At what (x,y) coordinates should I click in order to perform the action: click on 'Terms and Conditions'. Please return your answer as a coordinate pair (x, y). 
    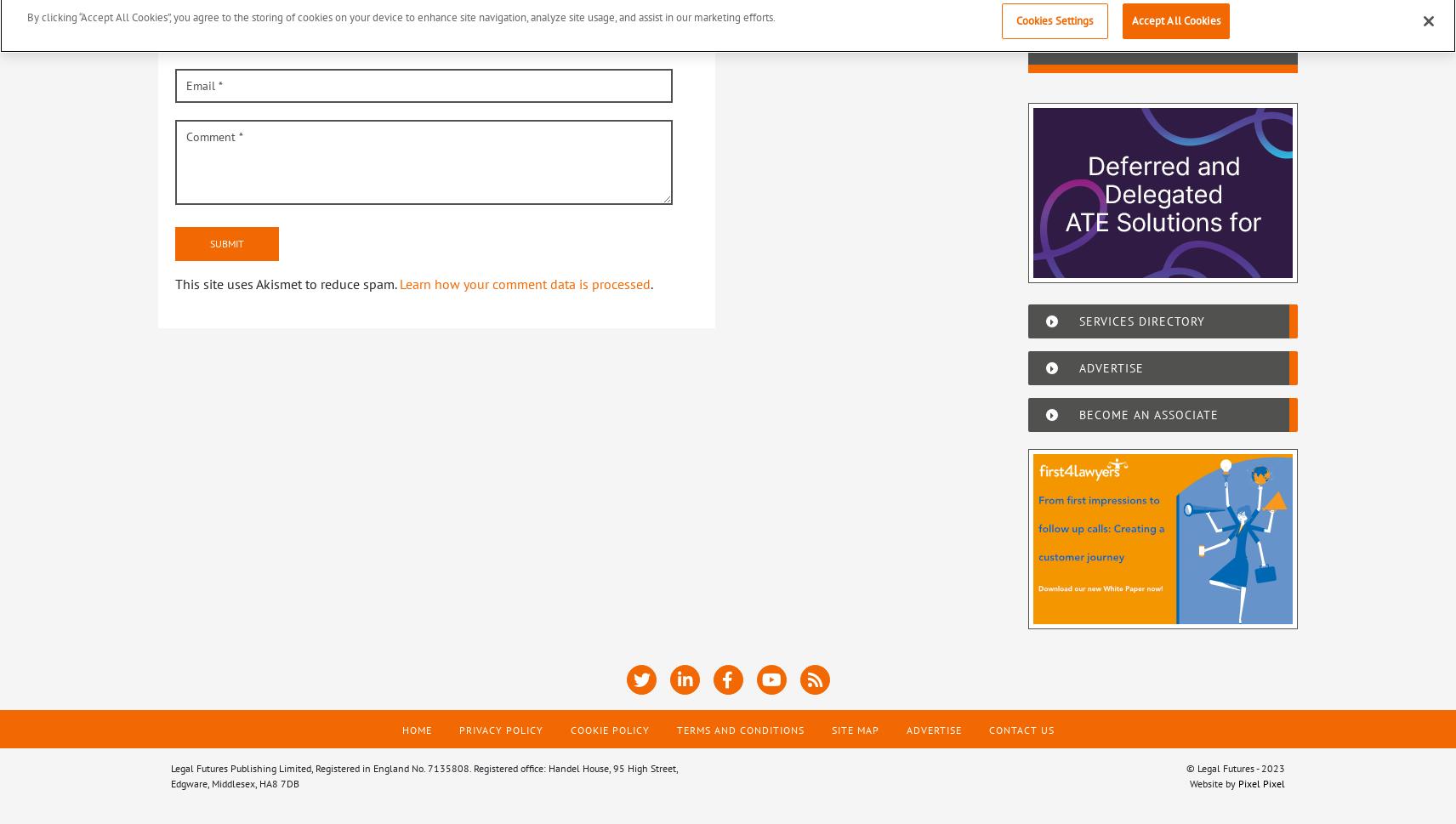
    Looking at the image, I should click on (676, 728).